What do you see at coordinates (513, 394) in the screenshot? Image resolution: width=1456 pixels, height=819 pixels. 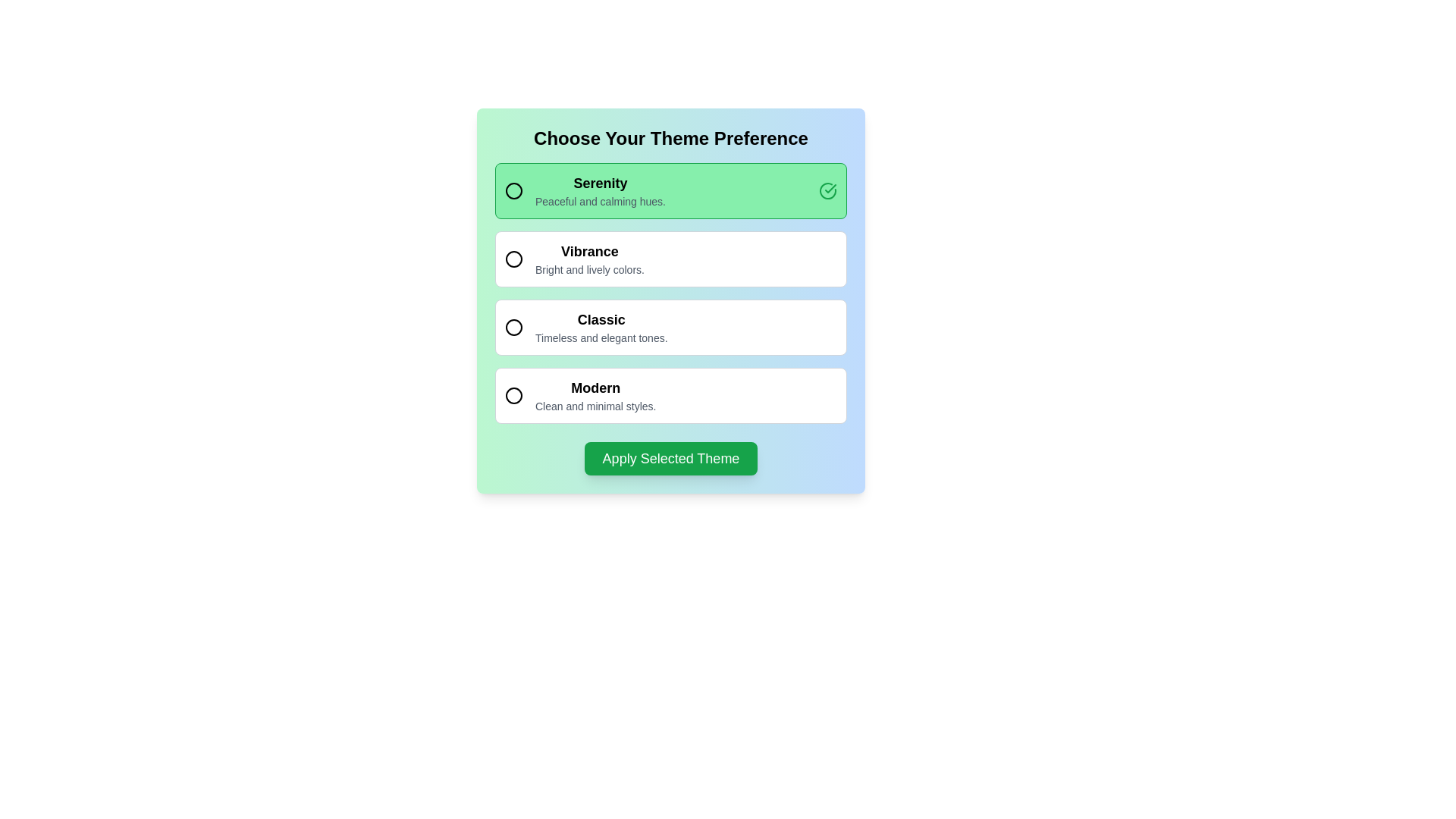 I see `the circular radio button indicator associated with the 'Modern' option` at bounding box center [513, 394].